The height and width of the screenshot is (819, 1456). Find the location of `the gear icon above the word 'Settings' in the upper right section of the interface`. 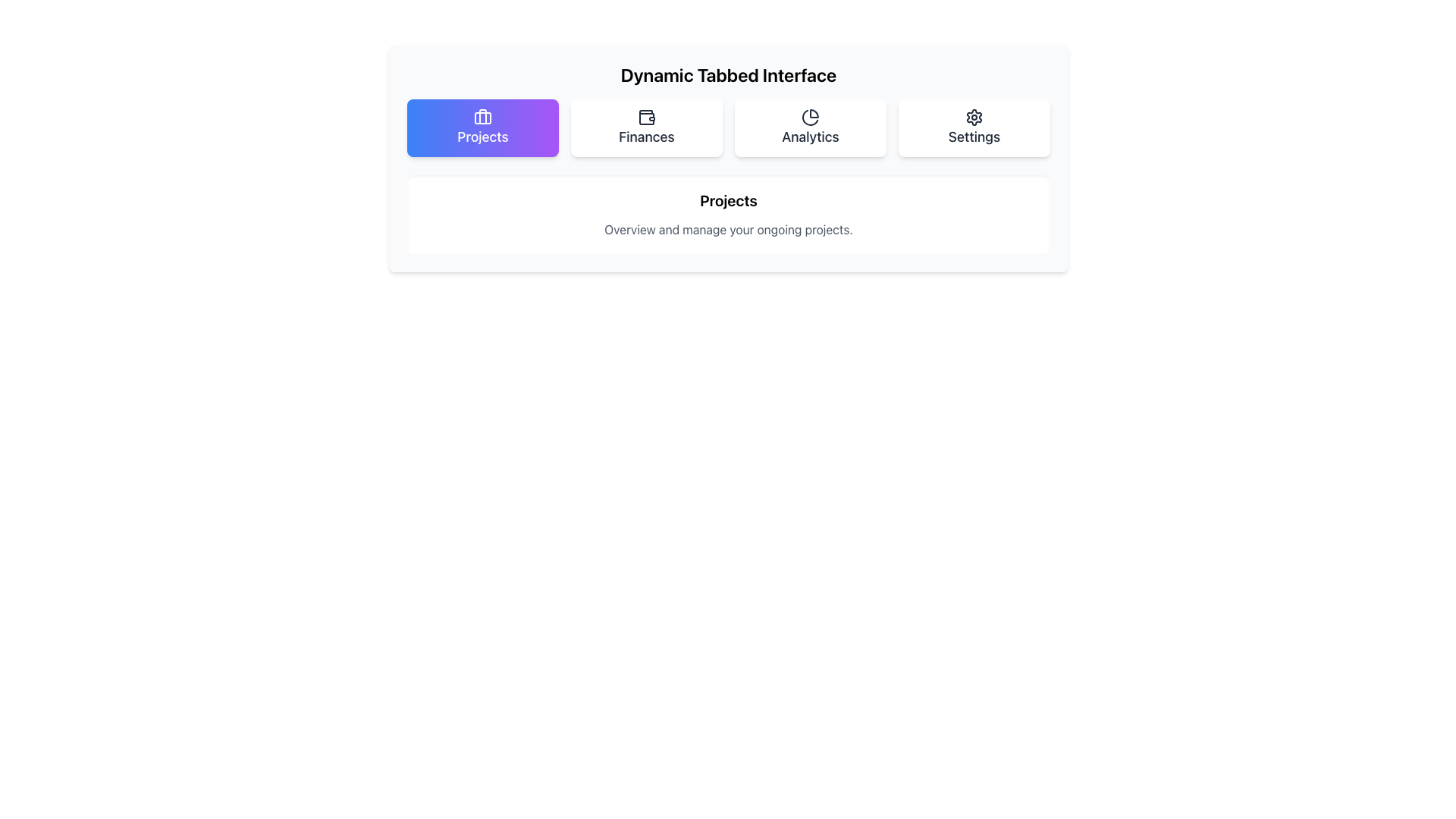

the gear icon above the word 'Settings' in the upper right section of the interface is located at coordinates (974, 127).